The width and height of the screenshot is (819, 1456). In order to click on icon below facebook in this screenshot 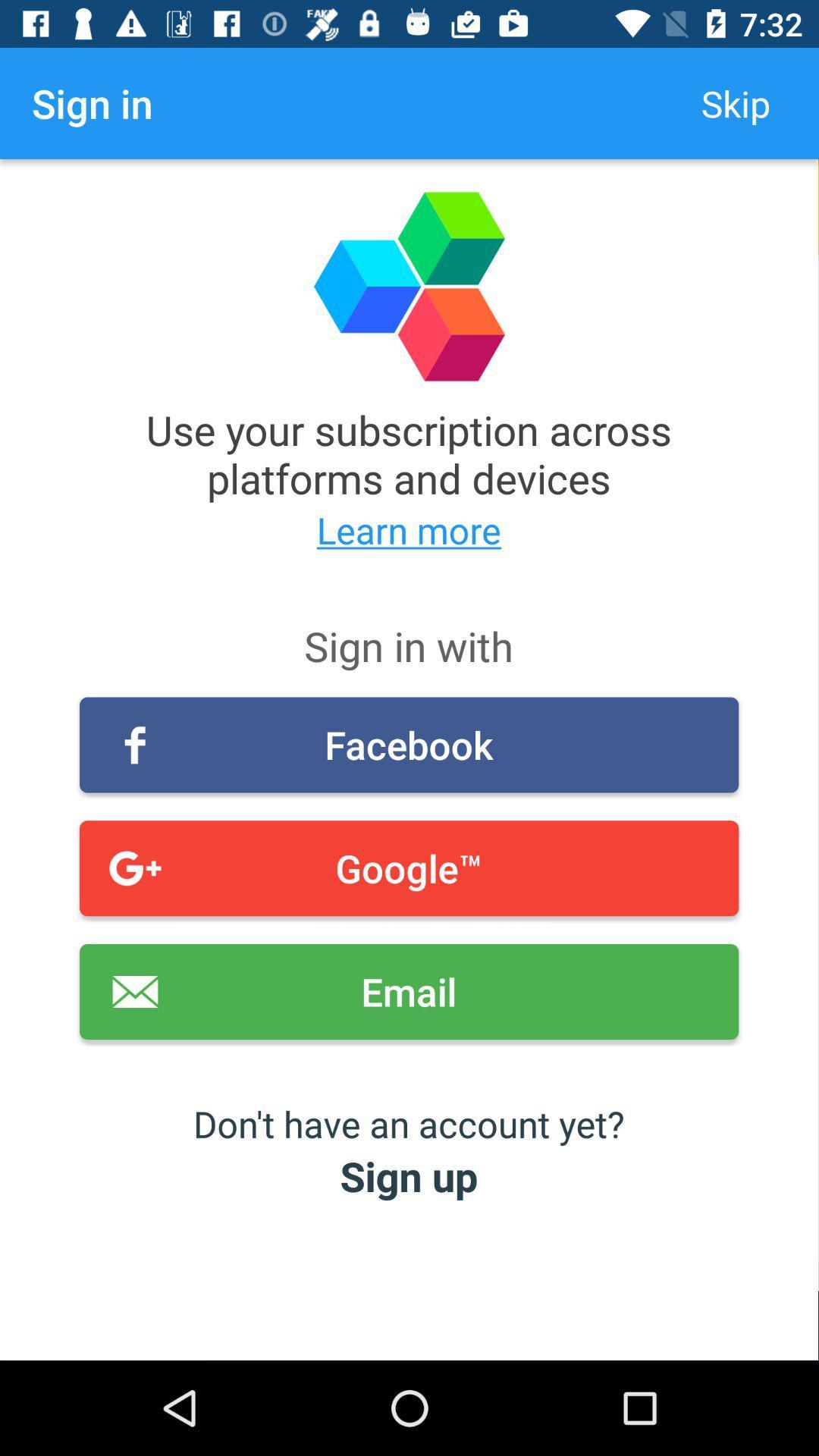, I will do `click(408, 868)`.